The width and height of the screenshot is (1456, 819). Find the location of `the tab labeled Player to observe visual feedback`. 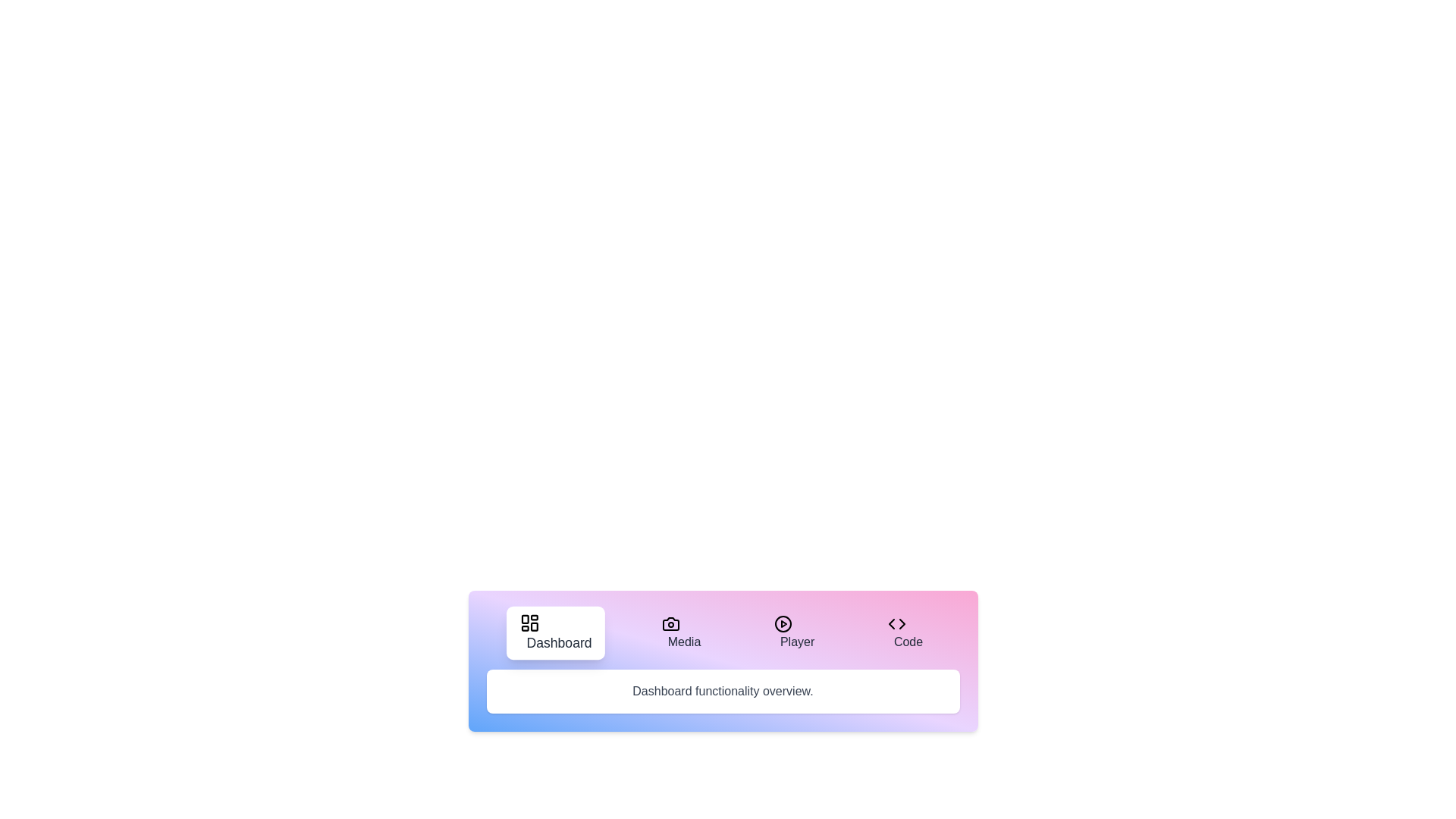

the tab labeled Player to observe visual feedback is located at coordinates (793, 632).